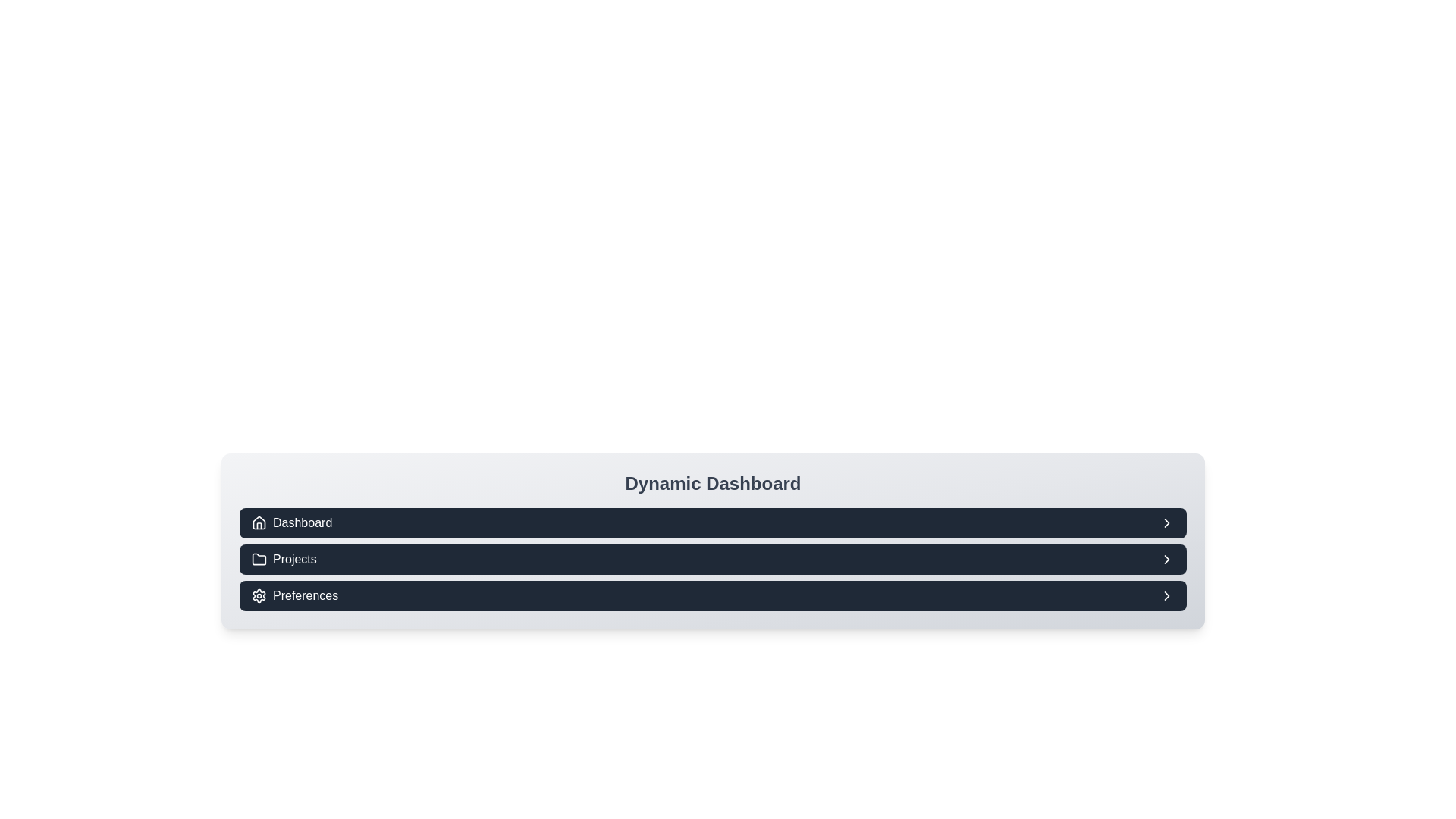  I want to click on the rightward-pointing chevron arrow icon located in the rightmost position of the 'Preferences' menu row, so click(1166, 559).